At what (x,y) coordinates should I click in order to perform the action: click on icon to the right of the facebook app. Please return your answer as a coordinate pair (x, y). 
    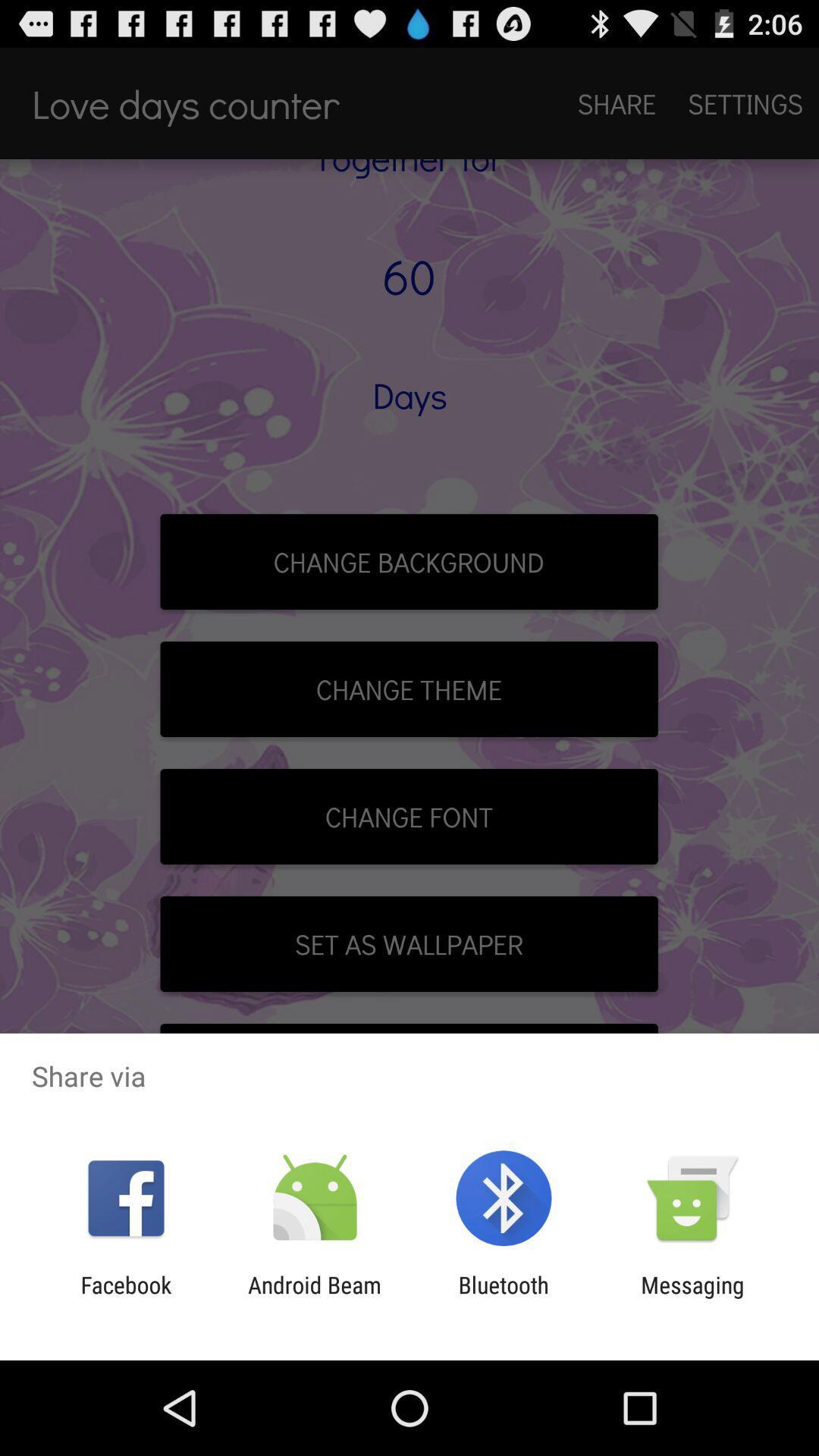
    Looking at the image, I should click on (314, 1298).